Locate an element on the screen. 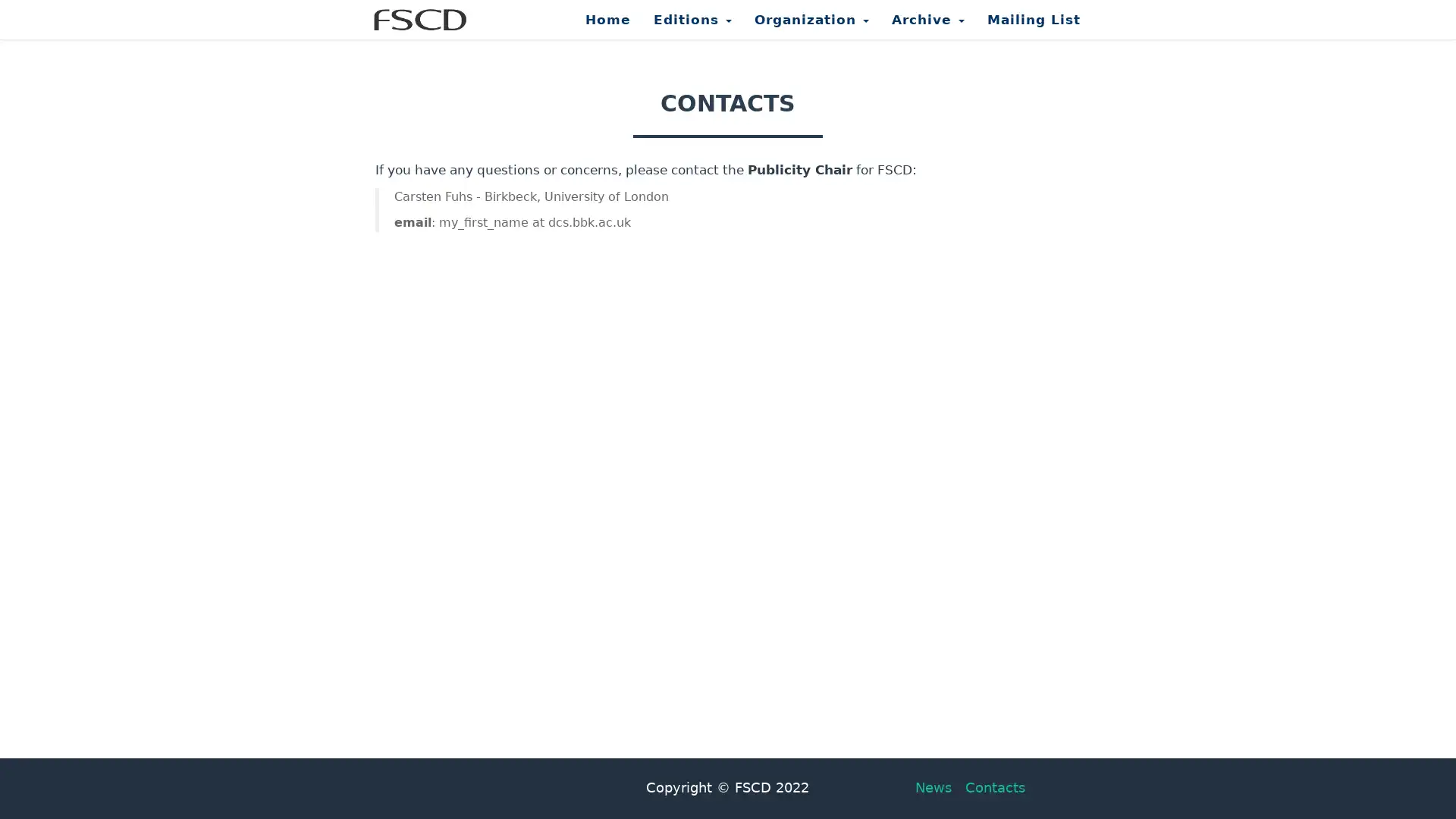  Organization is located at coordinates (811, 26).